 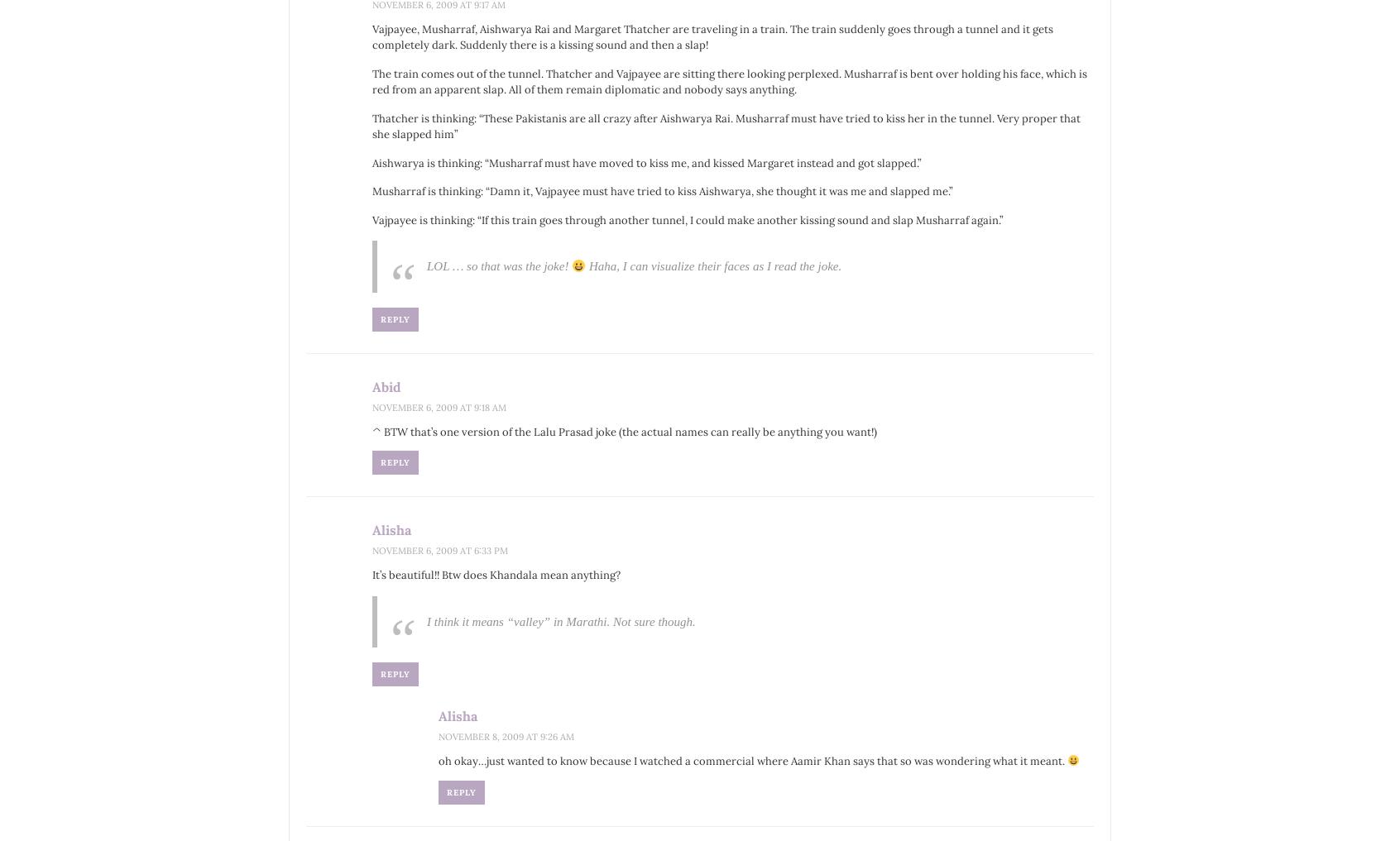 I want to click on 'Thatcher is thinking: “These Pakistanis are all crazy after Aishwarya Rai. Musharraf must have tried to kiss her in the tunnel. Very proper that she slapped him”', so click(x=725, y=125).